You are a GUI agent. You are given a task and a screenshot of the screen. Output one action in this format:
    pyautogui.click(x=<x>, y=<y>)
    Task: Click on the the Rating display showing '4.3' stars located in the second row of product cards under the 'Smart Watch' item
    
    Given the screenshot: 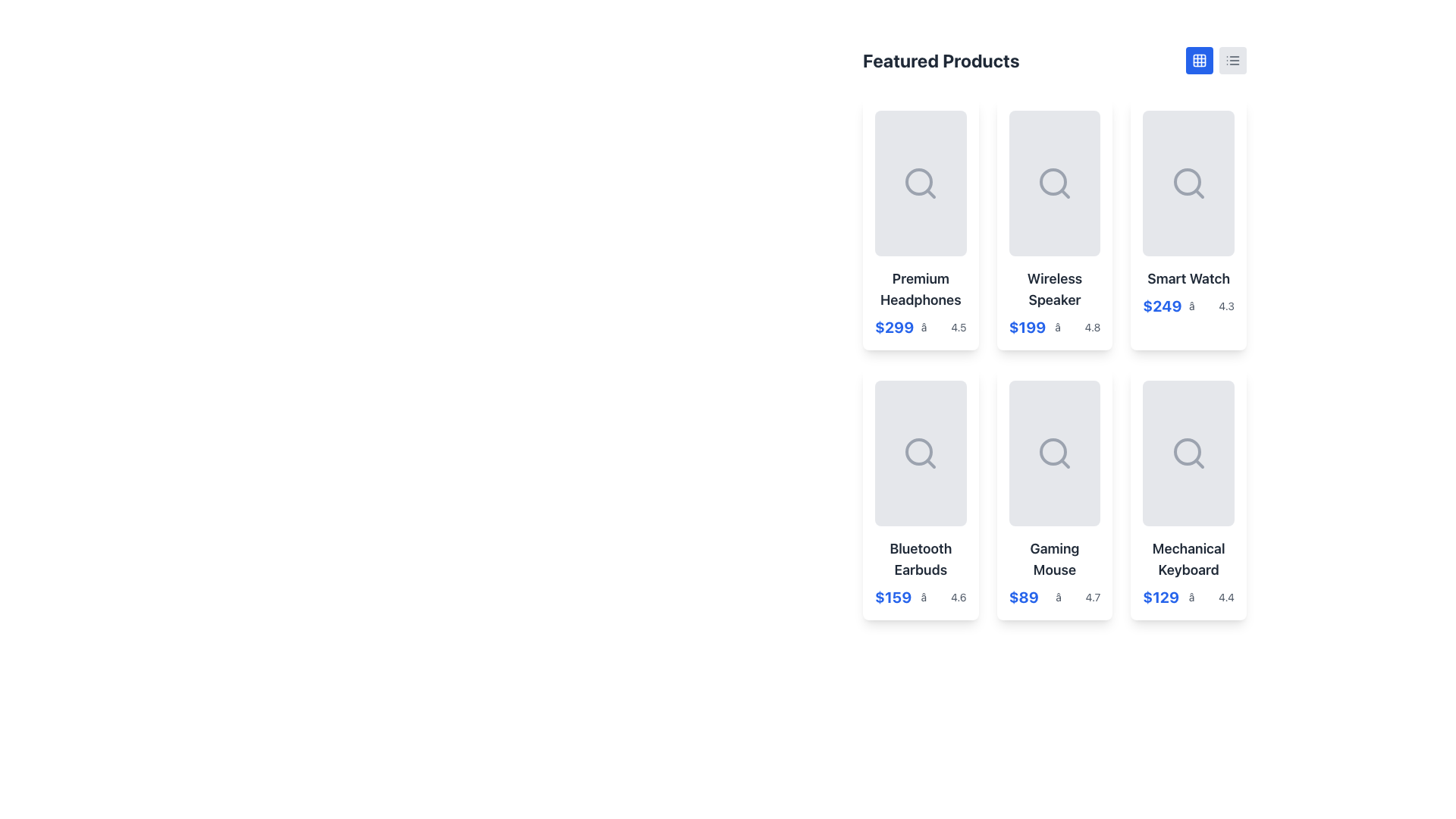 What is the action you would take?
    pyautogui.click(x=1211, y=306)
    